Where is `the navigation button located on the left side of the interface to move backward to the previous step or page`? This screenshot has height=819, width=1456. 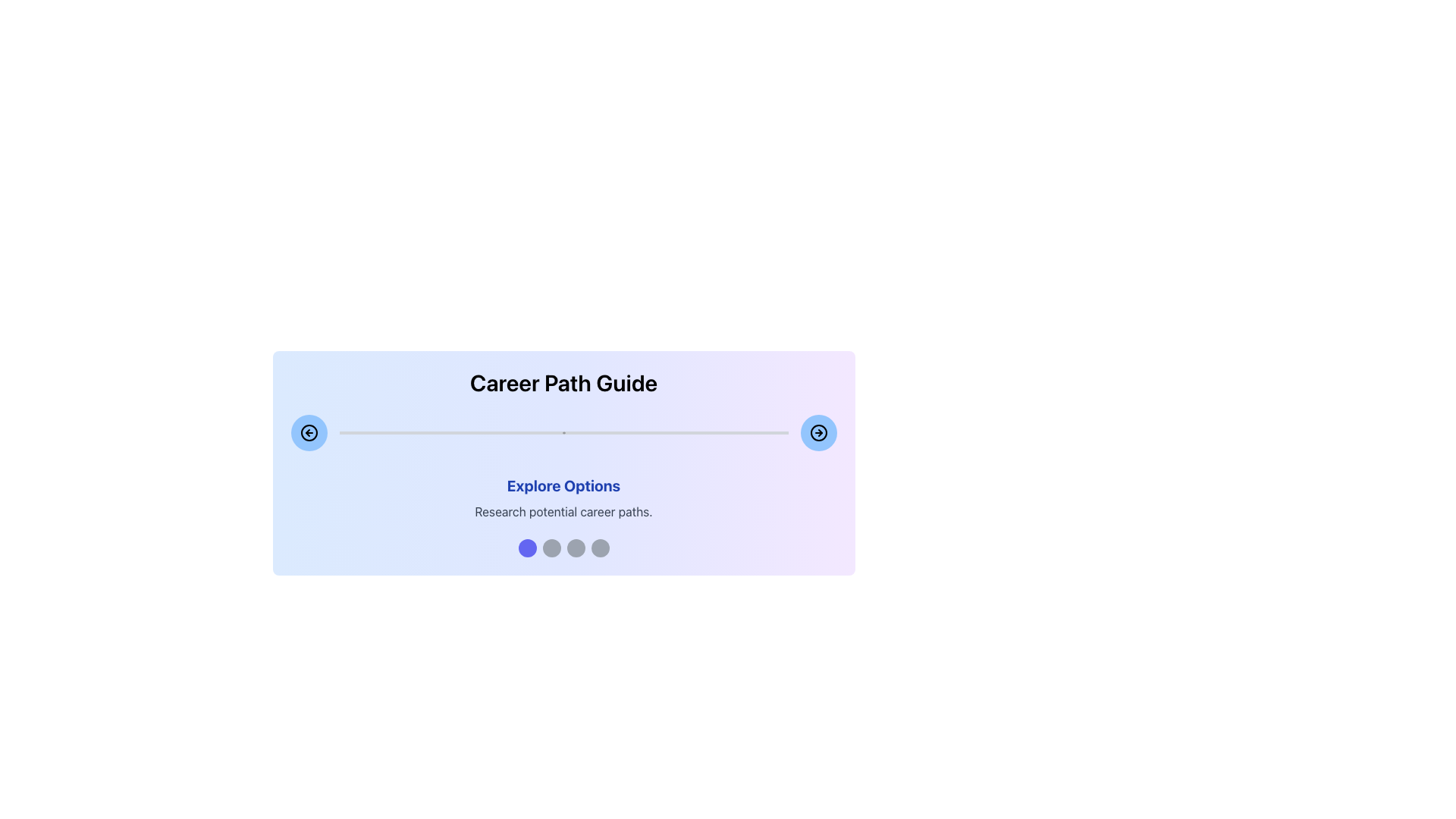
the navigation button located on the left side of the interface to move backward to the previous step or page is located at coordinates (308, 432).